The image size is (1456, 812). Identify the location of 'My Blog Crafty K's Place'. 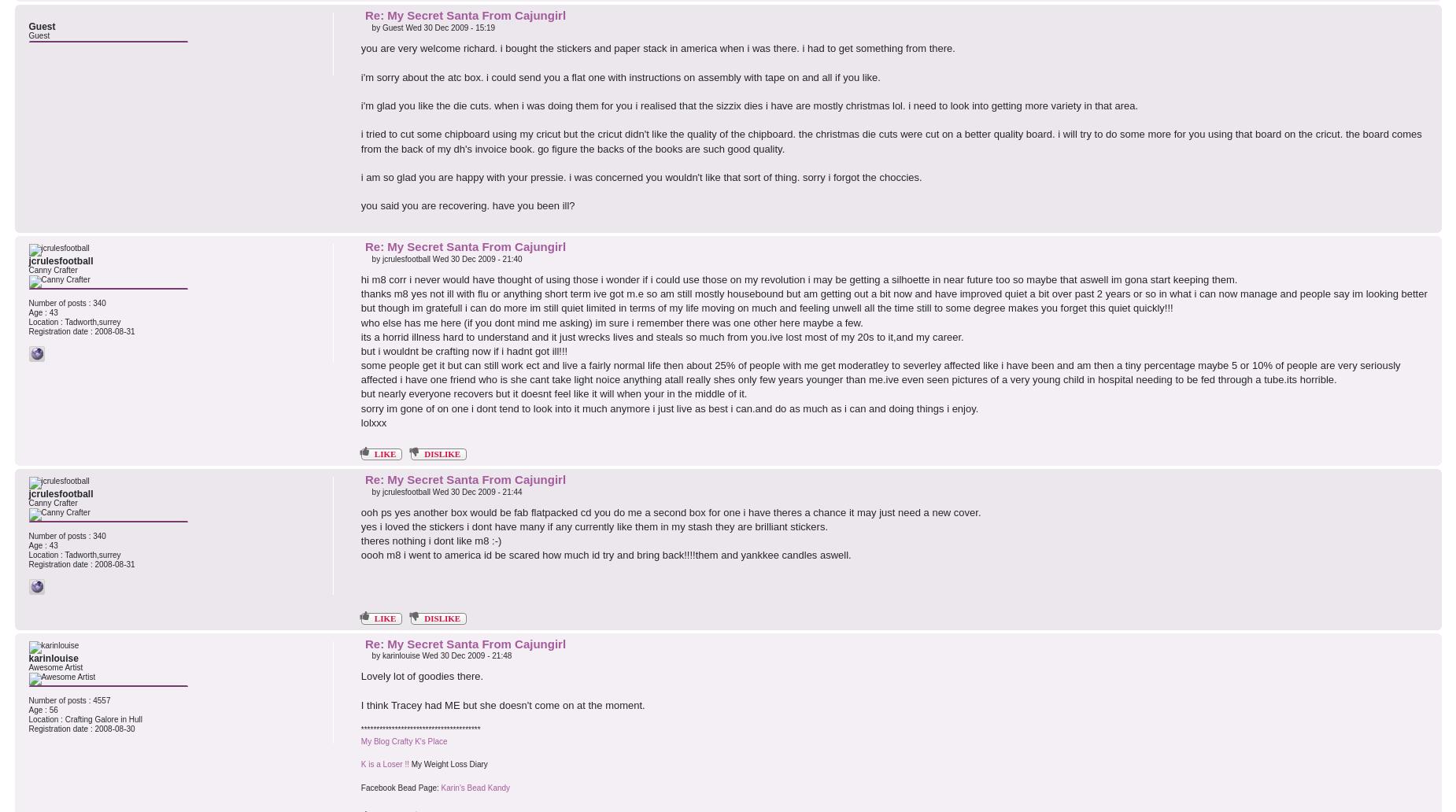
(404, 740).